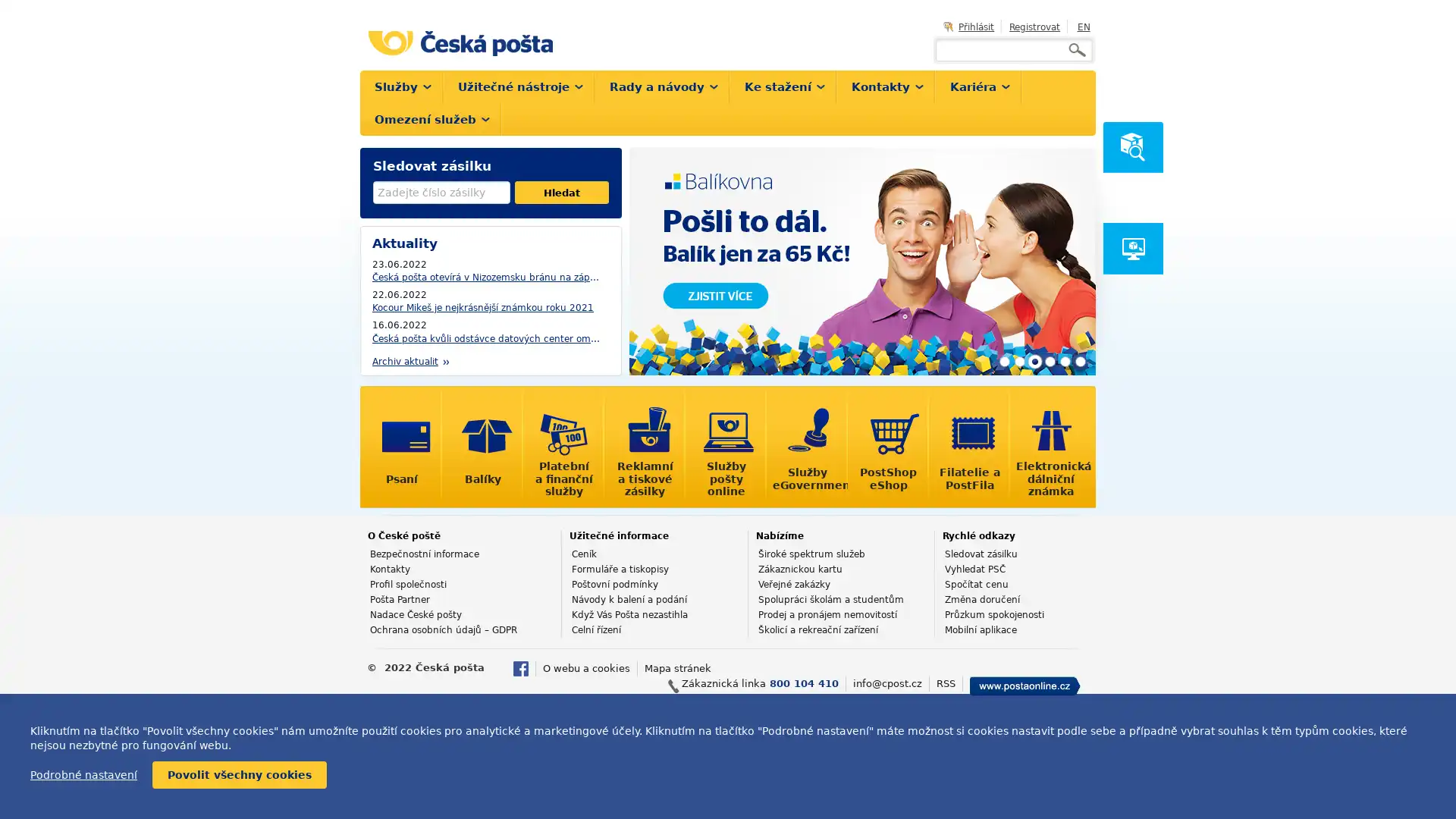 The width and height of the screenshot is (1456, 819). Describe the element at coordinates (560, 192) in the screenshot. I see `Hledat` at that location.